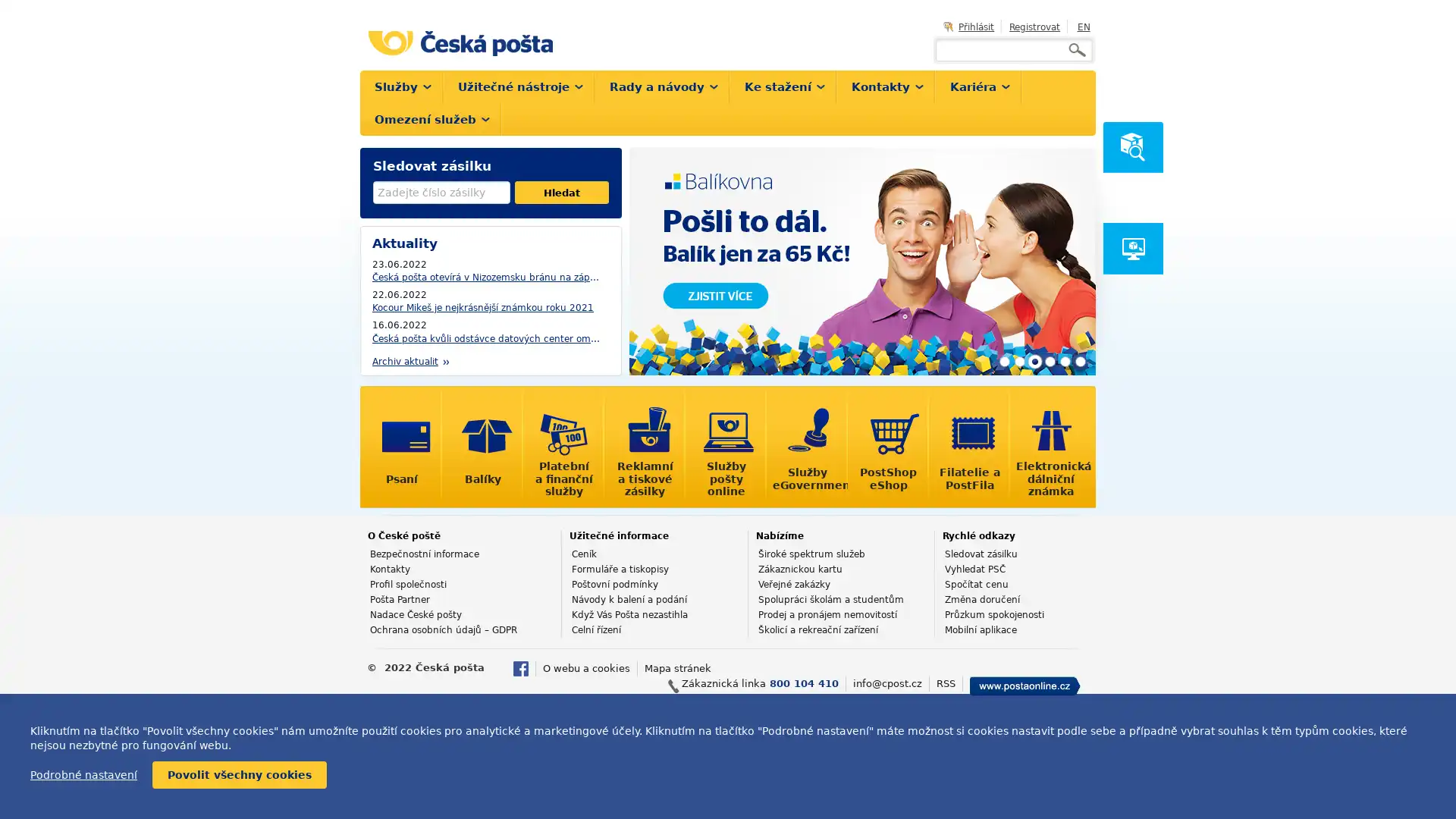 The width and height of the screenshot is (1456, 819). Describe the element at coordinates (560, 192) in the screenshot. I see `Hledat` at that location.